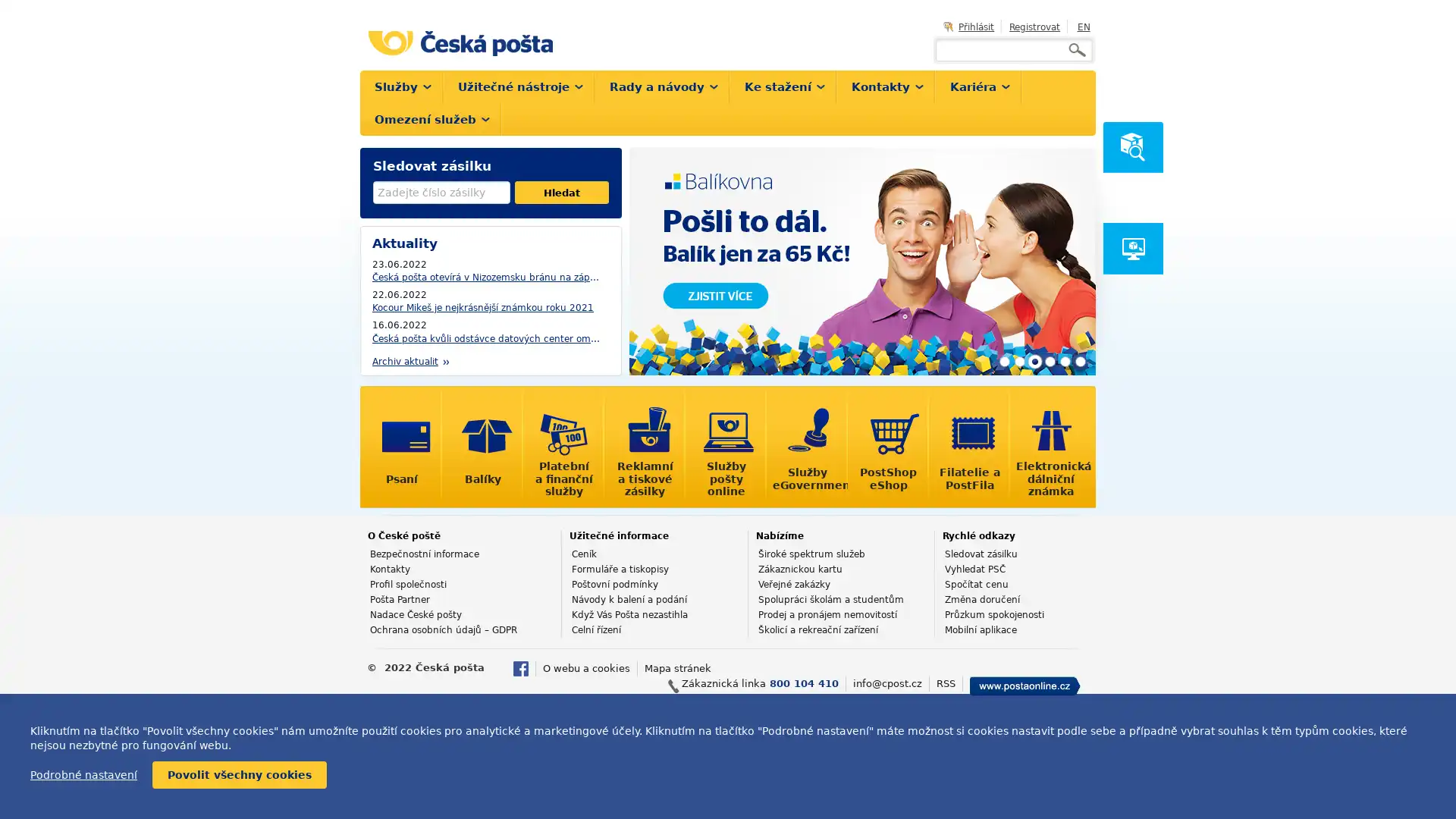 The width and height of the screenshot is (1456, 819). Describe the element at coordinates (560, 192) in the screenshot. I see `Hledat` at that location.